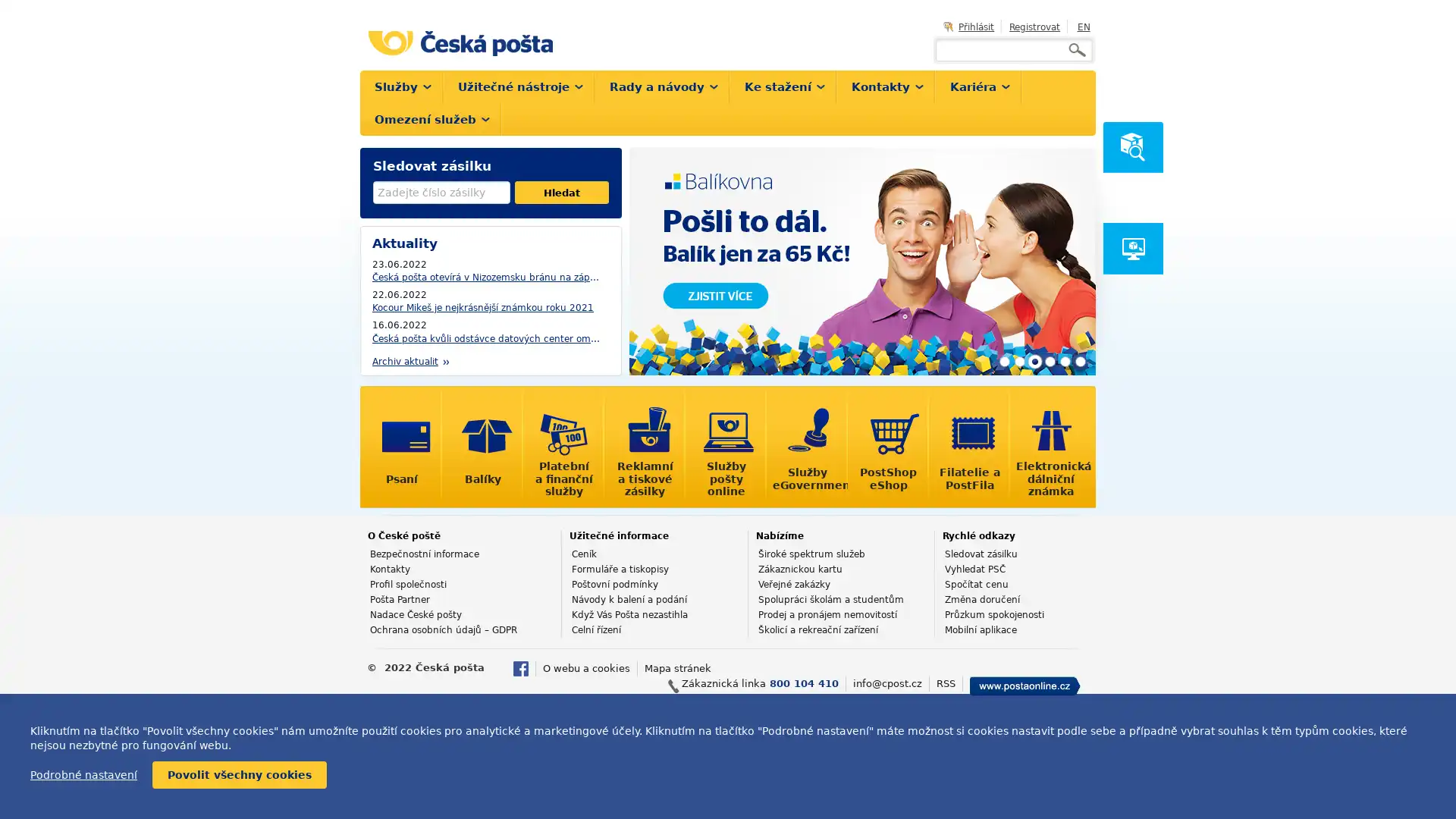 The width and height of the screenshot is (1456, 819). Describe the element at coordinates (560, 192) in the screenshot. I see `Hledat` at that location.